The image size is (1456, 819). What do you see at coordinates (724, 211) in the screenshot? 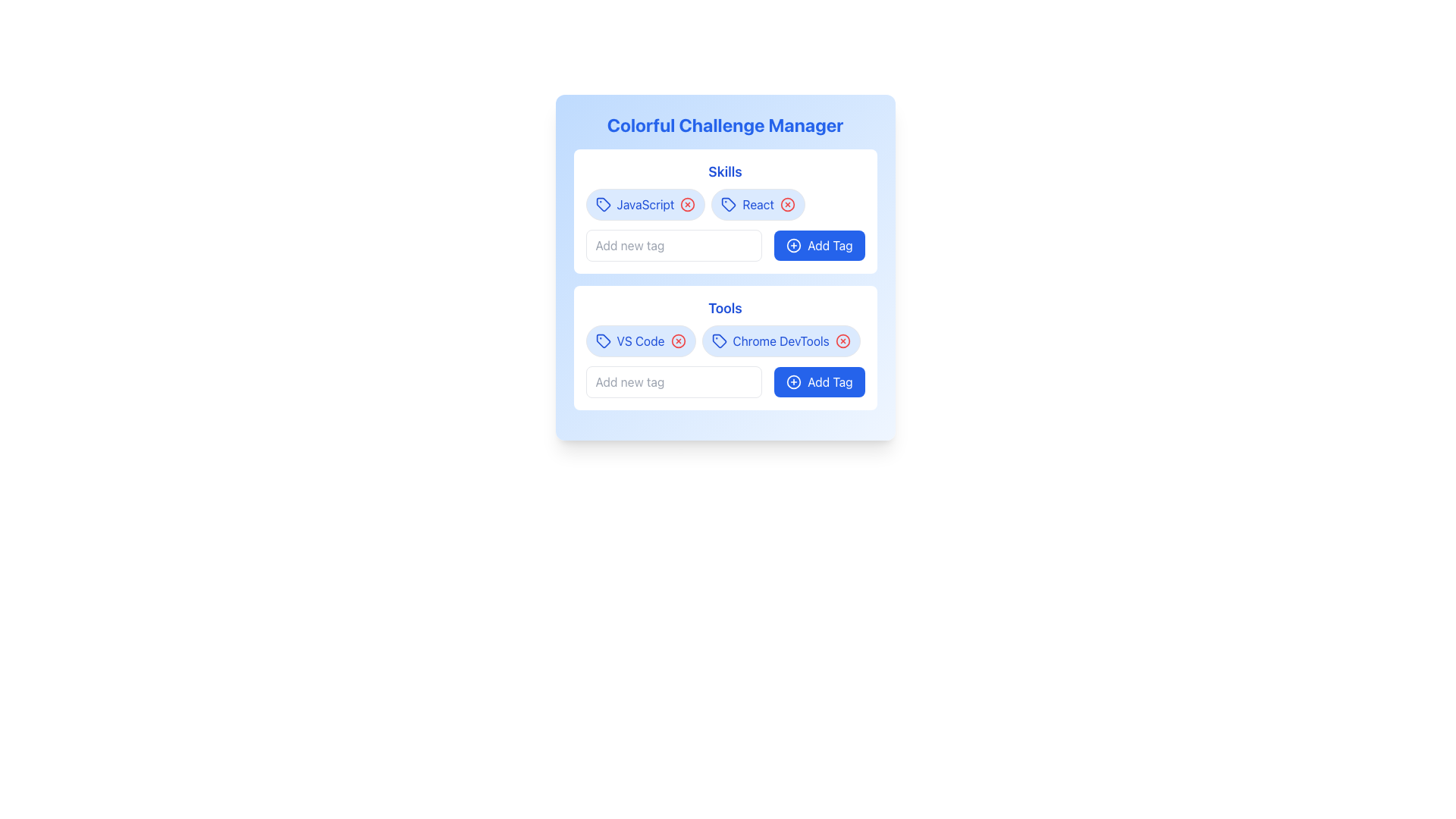
I see `the delete icon on a tag in the skills management panel, which is located below the 'Colorful Challenge Manager' heading` at bounding box center [724, 211].